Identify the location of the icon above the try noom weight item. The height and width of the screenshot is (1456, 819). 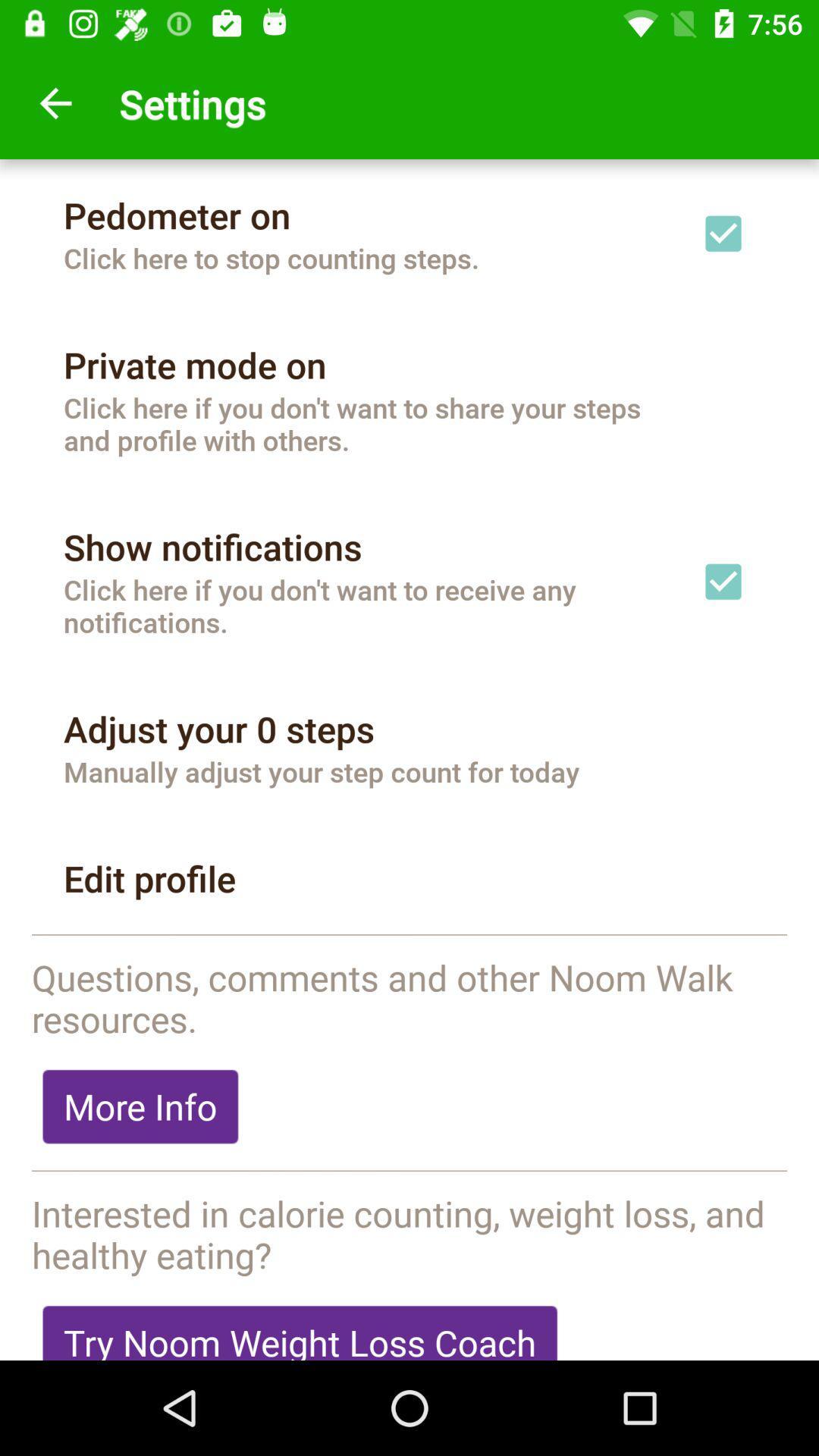
(409, 1234).